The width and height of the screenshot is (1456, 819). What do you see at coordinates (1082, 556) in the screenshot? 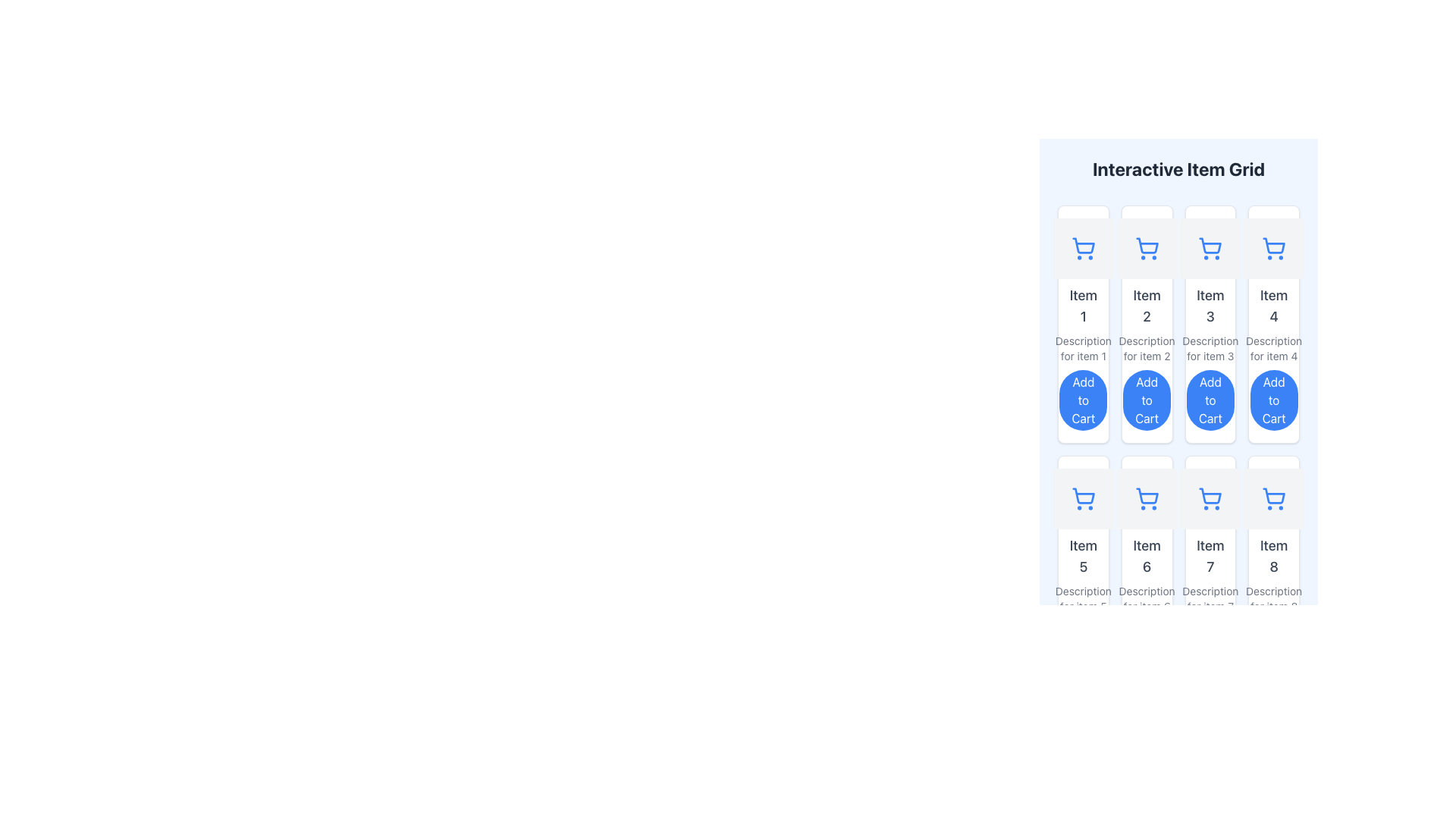
I see `the text label 'Item 5' displayed in medium-sized gray font within the grid layout` at bounding box center [1082, 556].